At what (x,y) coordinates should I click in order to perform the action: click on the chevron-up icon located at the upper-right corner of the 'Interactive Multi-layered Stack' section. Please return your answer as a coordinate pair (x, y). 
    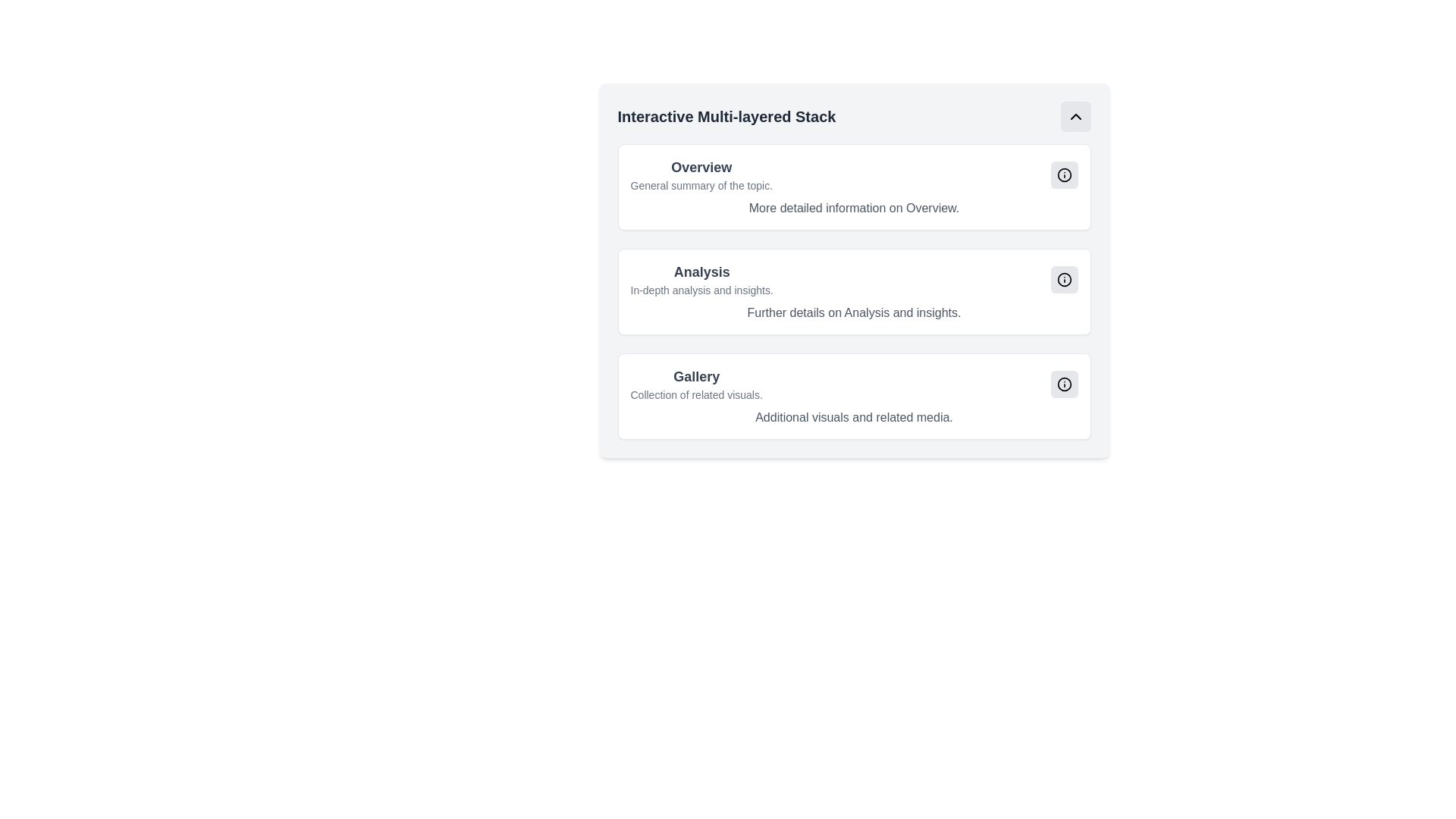
    Looking at the image, I should click on (1075, 116).